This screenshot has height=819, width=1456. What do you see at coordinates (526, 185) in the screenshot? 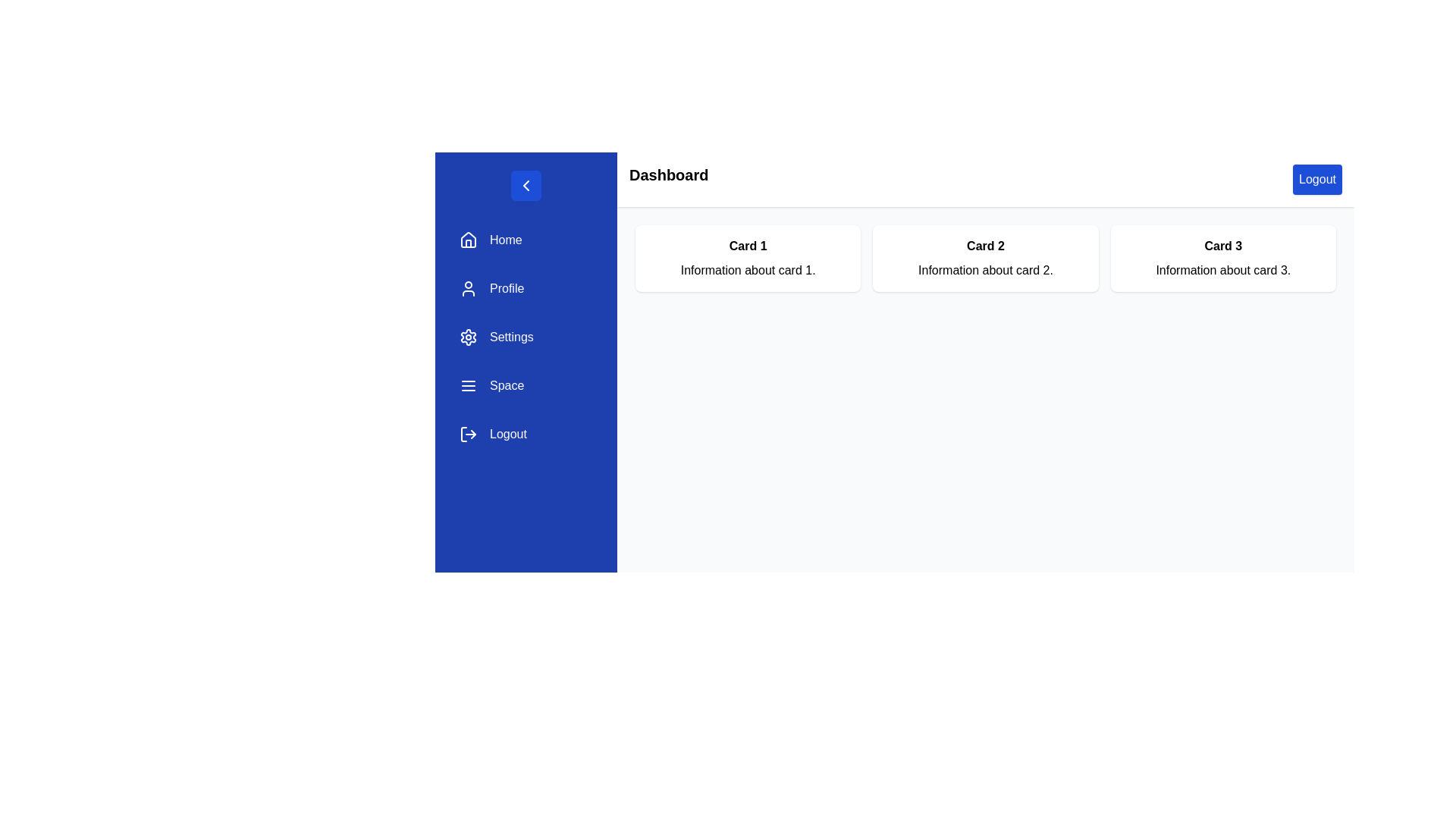
I see `the right-pointing arrow icon located in the sidebar menu area to possibly trigger a tooltip or visual effect` at bounding box center [526, 185].